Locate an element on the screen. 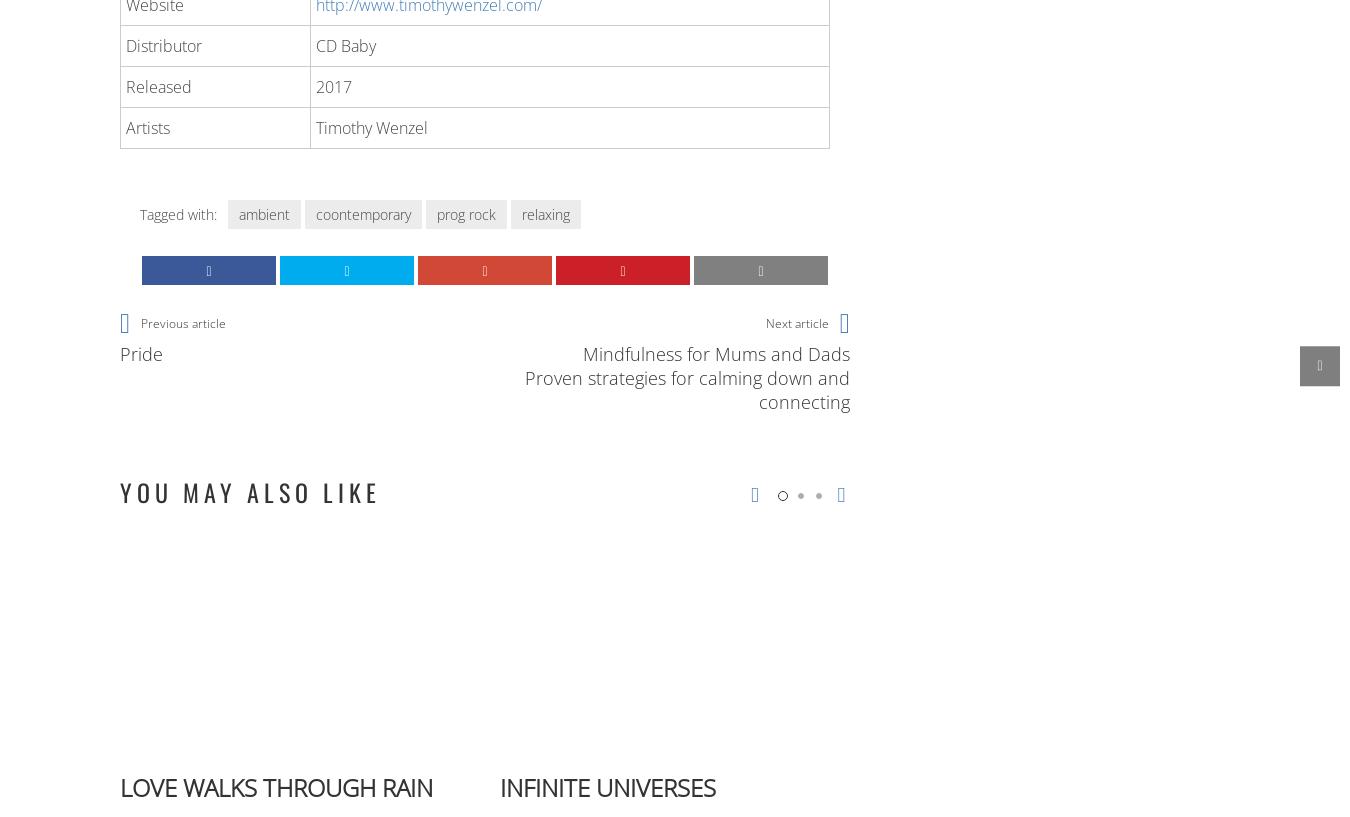 The width and height of the screenshot is (1350, 817). 'Infinite Universes' is located at coordinates (608, 786).